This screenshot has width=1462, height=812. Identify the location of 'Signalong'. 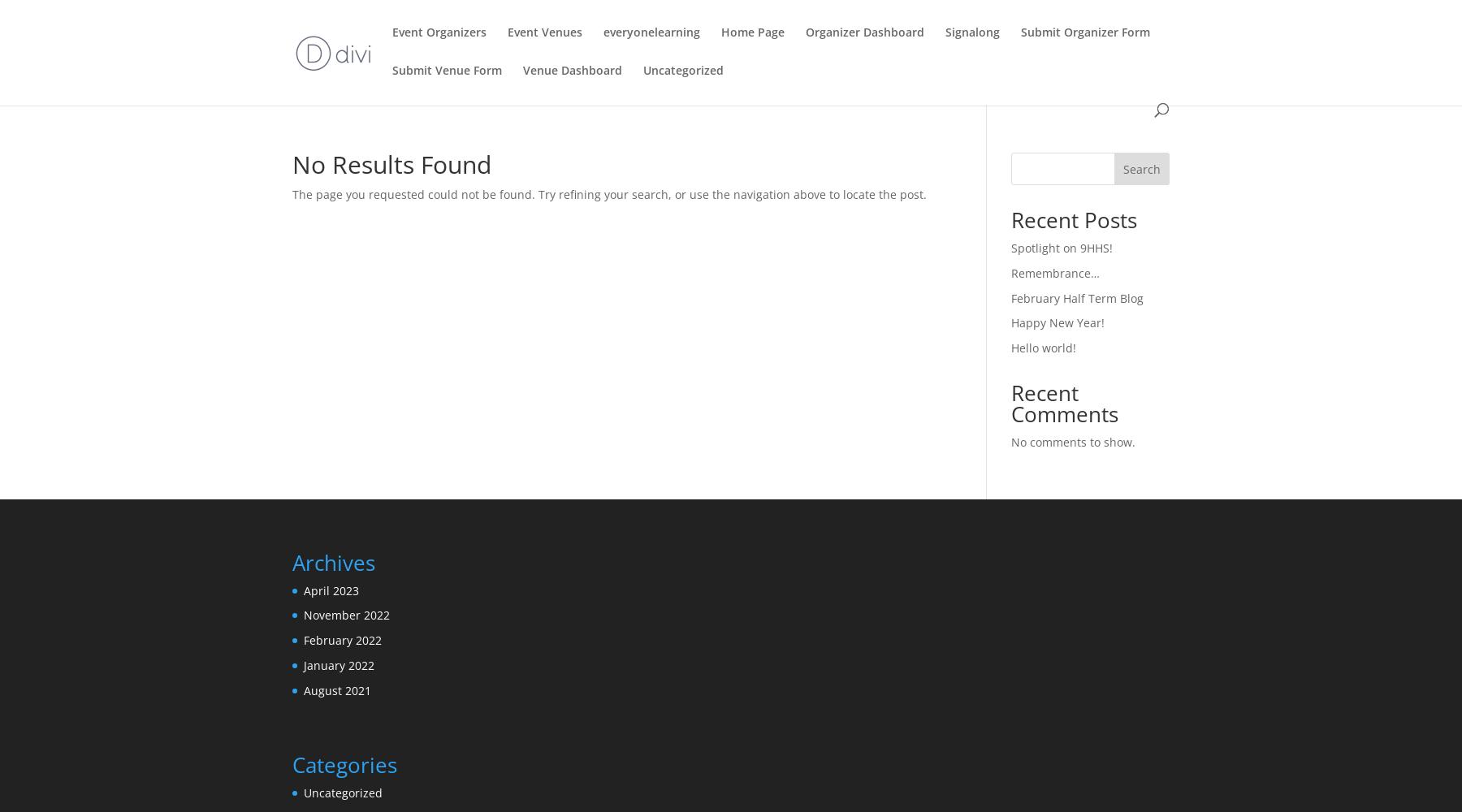
(945, 32).